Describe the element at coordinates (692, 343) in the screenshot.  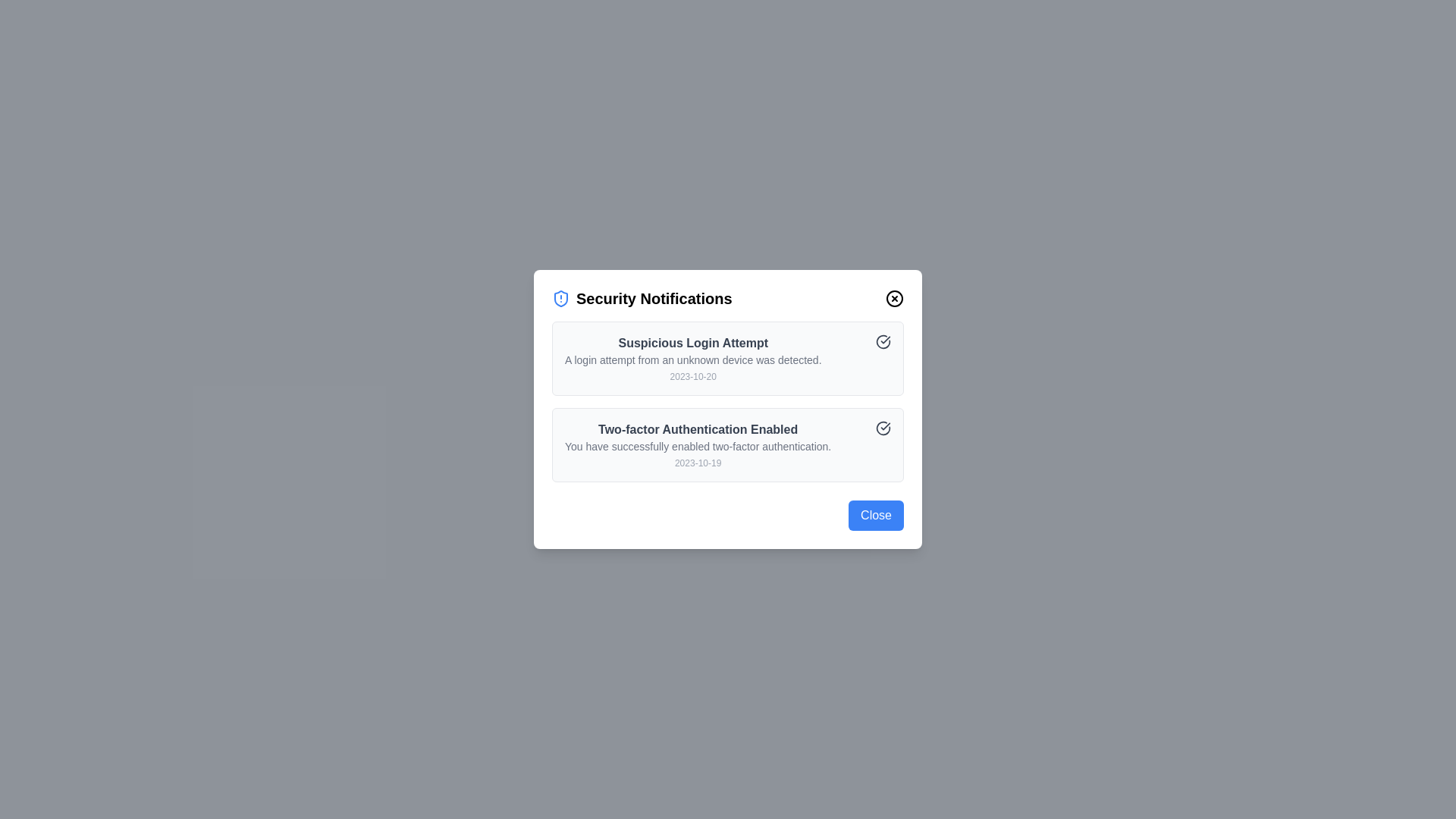
I see `the prominent title or header text label indicating a suspicious login attempt notification` at that location.